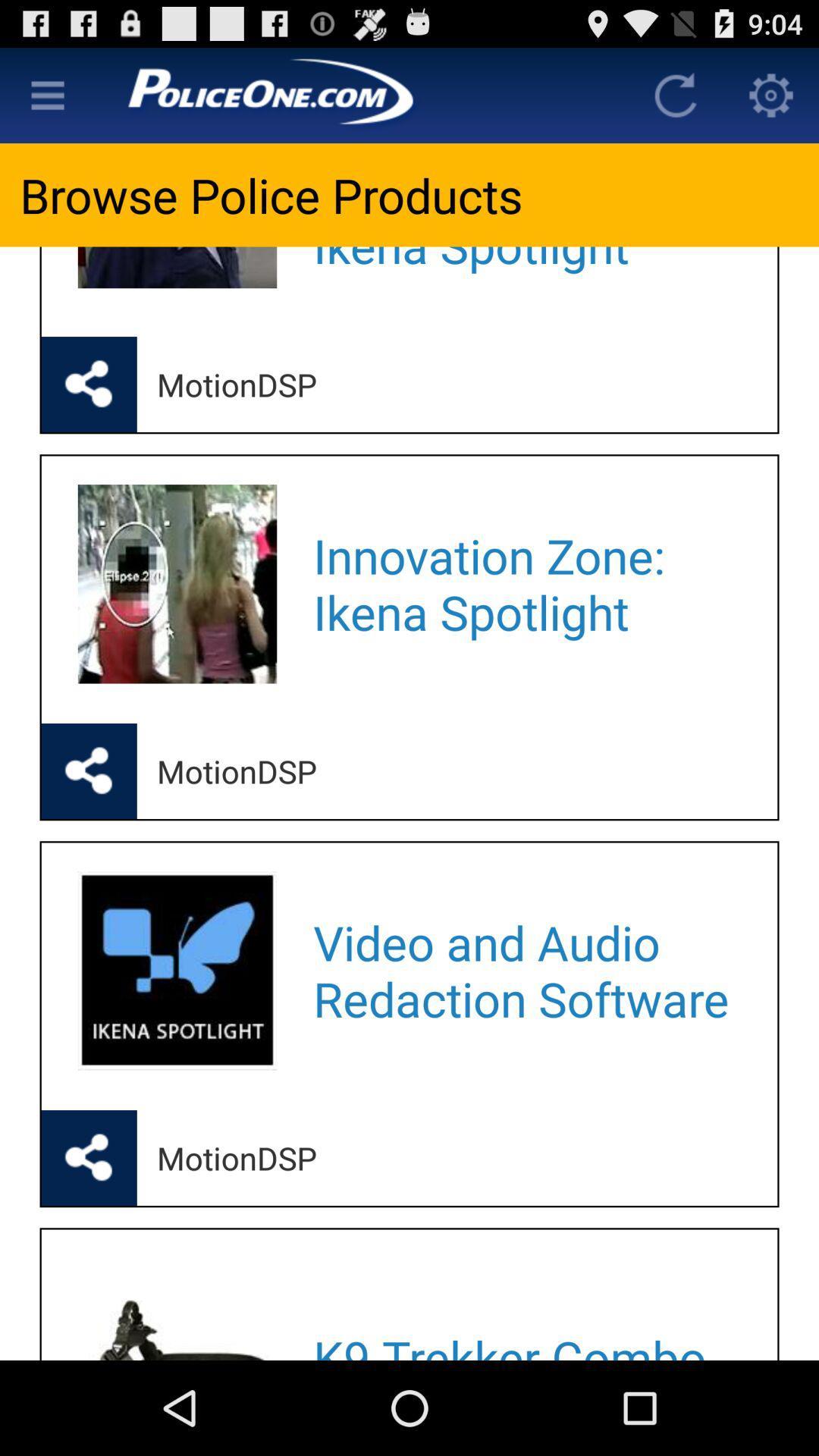 The height and width of the screenshot is (1456, 819). What do you see at coordinates (46, 94) in the screenshot?
I see `look for other items` at bounding box center [46, 94].